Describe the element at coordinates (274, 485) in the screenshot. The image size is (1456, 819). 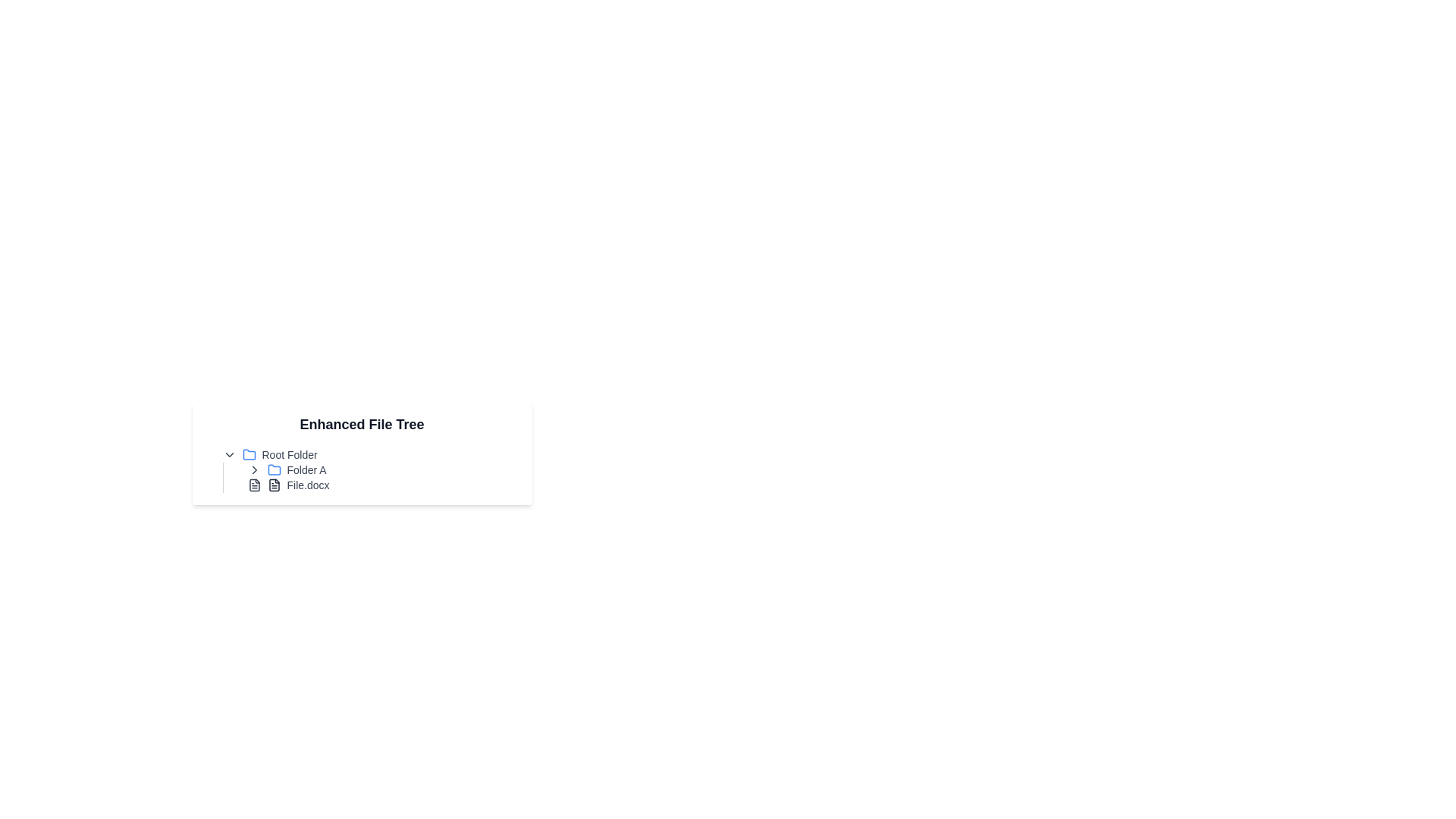
I see `the icon resembling a document with a folded corner next to the label 'File.docx' in the hierarchical file tree interface` at that location.